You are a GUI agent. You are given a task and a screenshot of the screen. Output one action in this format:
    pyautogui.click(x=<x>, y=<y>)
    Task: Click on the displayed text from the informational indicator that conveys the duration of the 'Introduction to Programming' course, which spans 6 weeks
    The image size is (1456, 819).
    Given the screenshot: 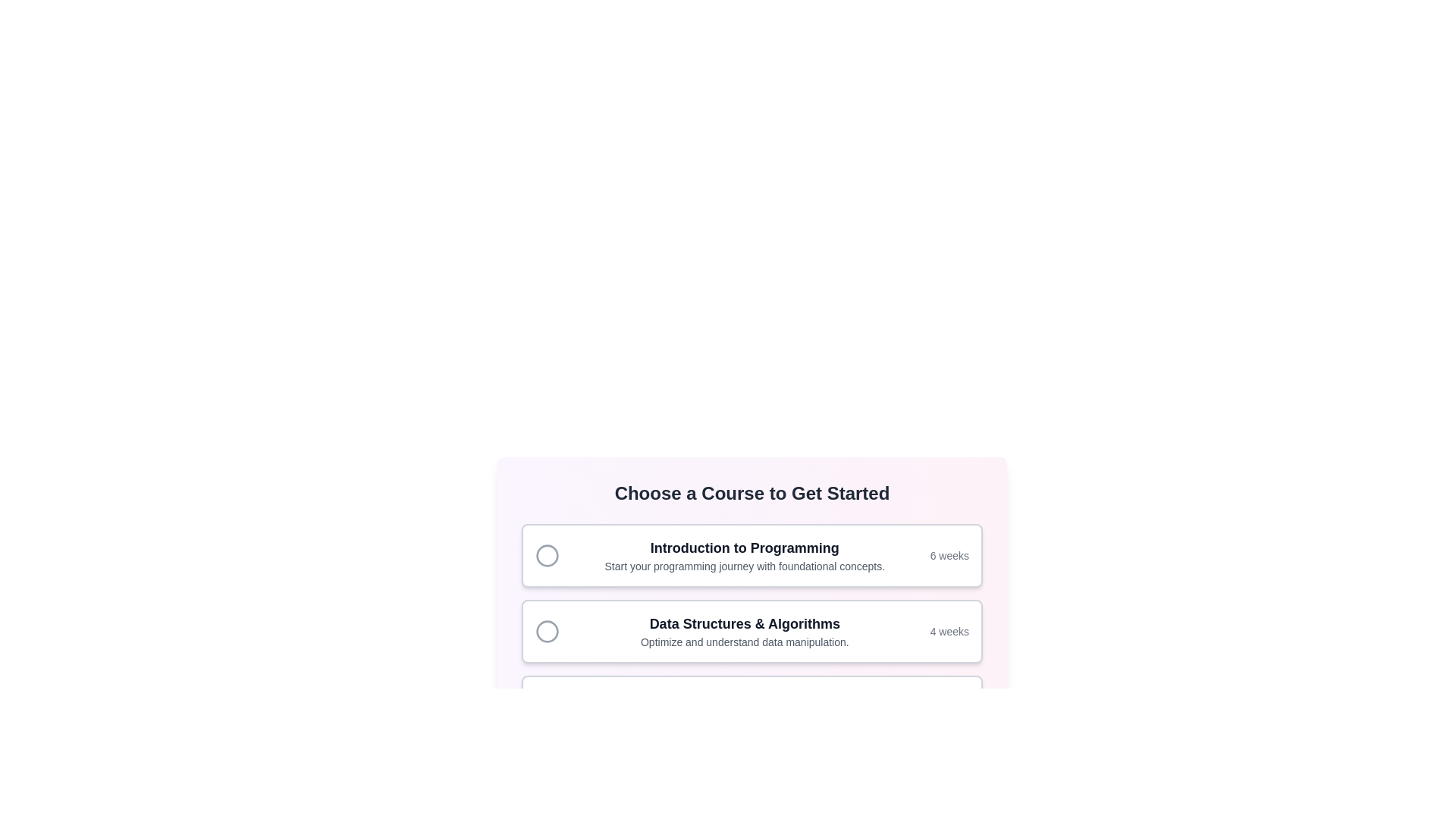 What is the action you would take?
    pyautogui.click(x=949, y=555)
    